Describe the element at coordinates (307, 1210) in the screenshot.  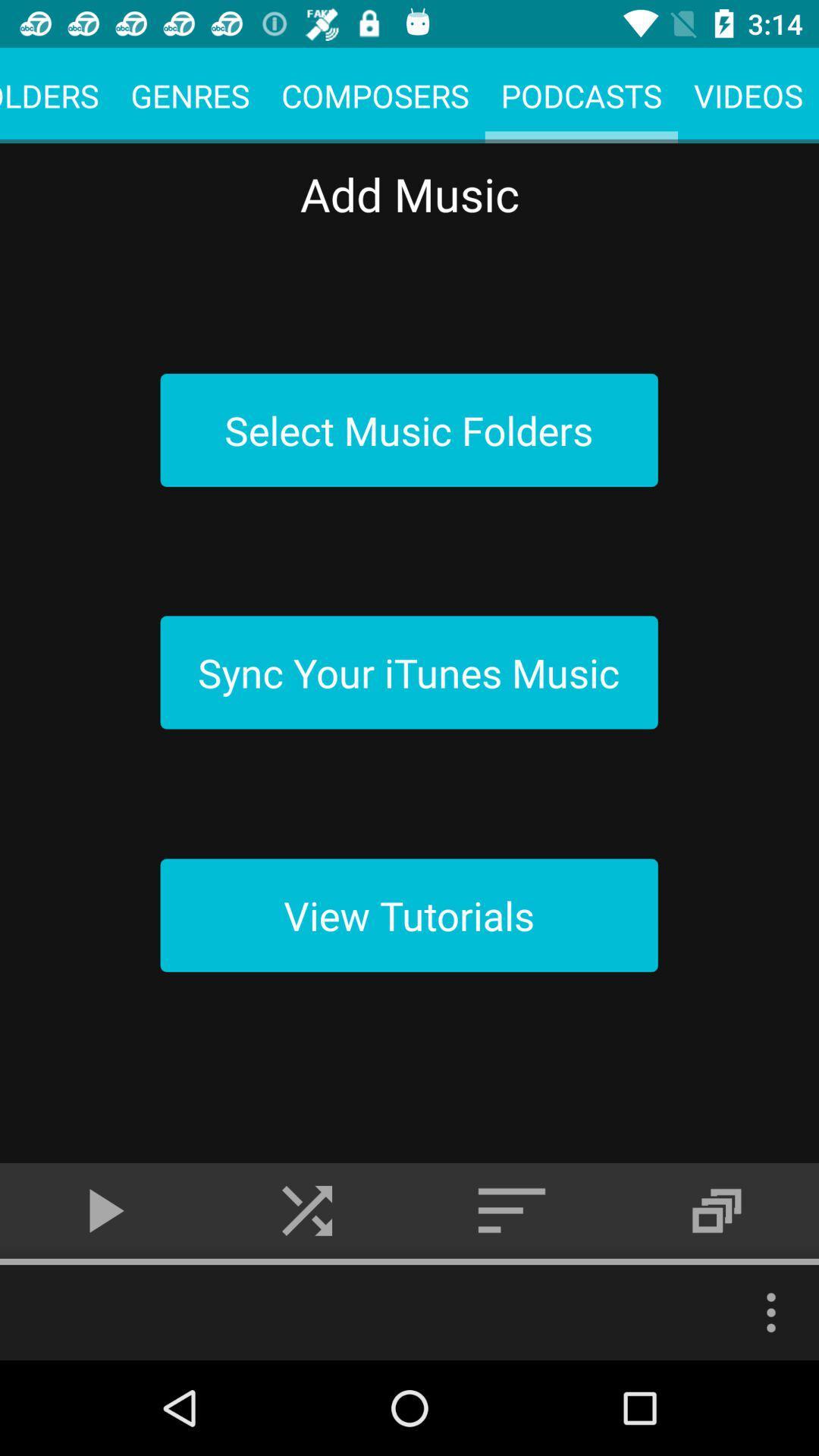
I see `the skip_next icon` at that location.